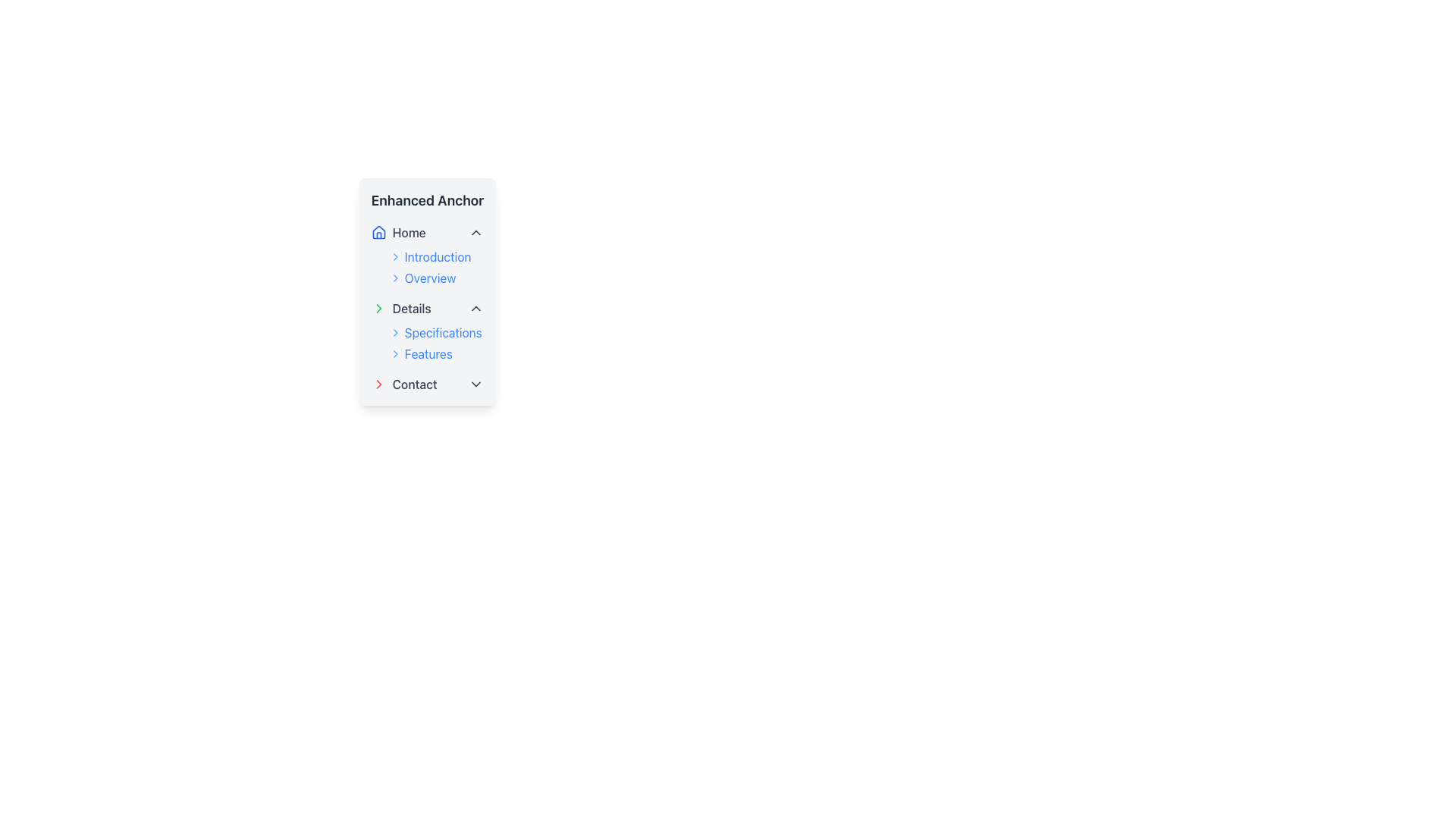  Describe the element at coordinates (436, 278) in the screenshot. I see `the 'Overview' hyperlink text located as the second entry under the 'Introduction' section in the side menu` at that location.